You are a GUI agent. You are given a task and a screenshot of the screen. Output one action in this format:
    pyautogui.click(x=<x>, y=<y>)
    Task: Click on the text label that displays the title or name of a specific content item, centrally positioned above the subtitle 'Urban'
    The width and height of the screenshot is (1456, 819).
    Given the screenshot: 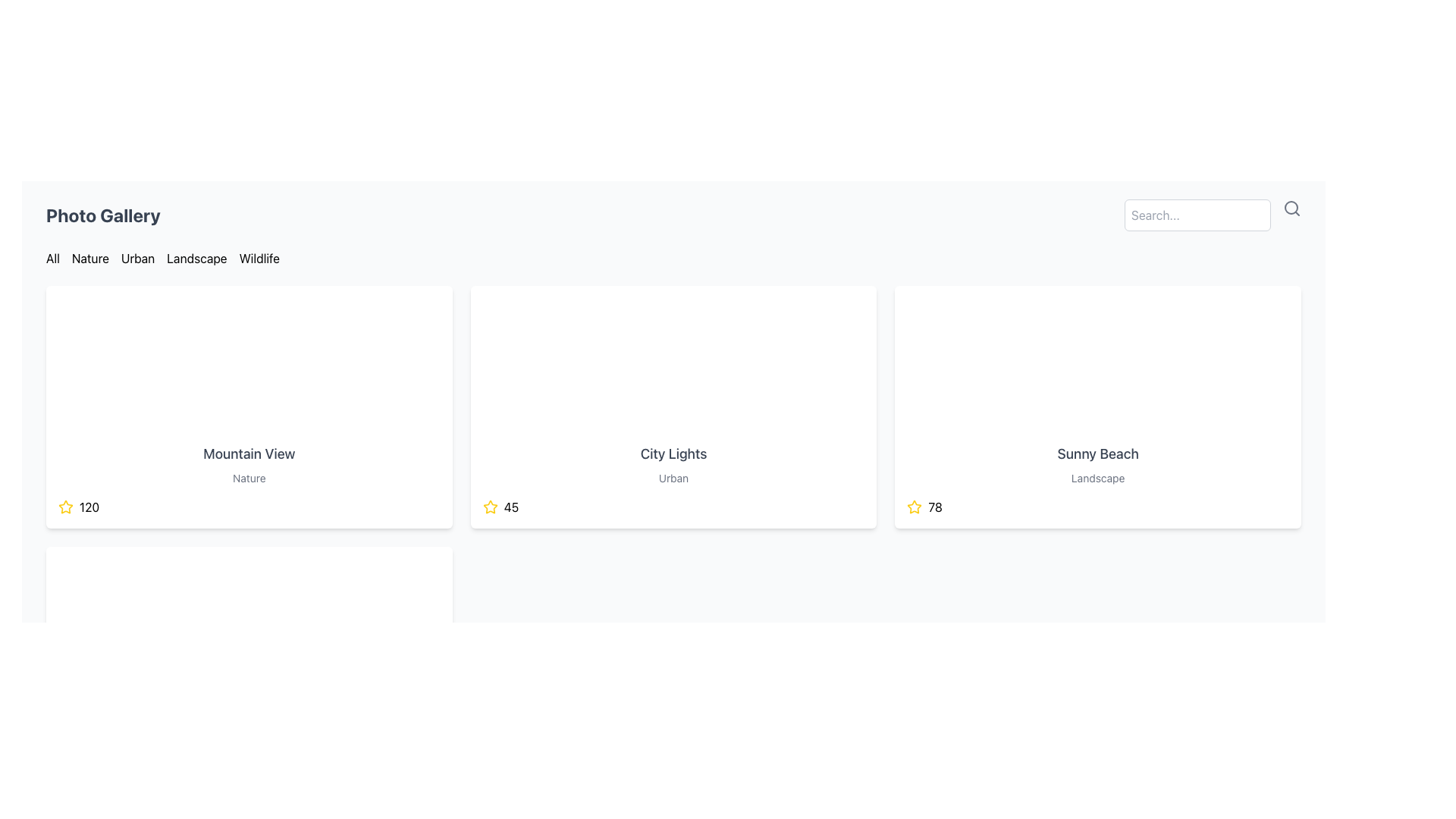 What is the action you would take?
    pyautogui.click(x=673, y=453)
    